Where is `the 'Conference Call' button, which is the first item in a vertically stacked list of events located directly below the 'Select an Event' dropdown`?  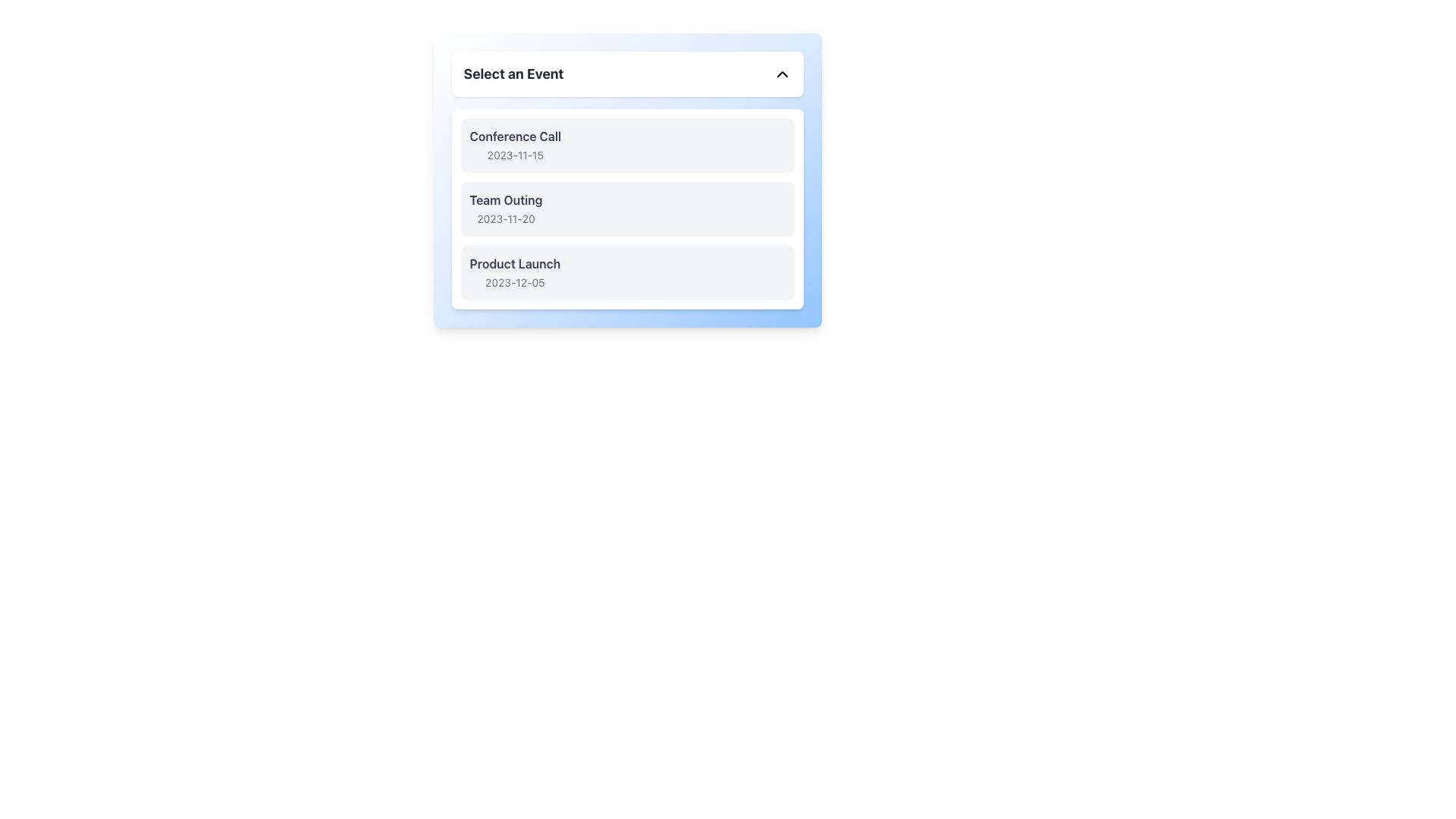
the 'Conference Call' button, which is the first item in a vertically stacked list of events located directly below the 'Select an Event' dropdown is located at coordinates (627, 146).